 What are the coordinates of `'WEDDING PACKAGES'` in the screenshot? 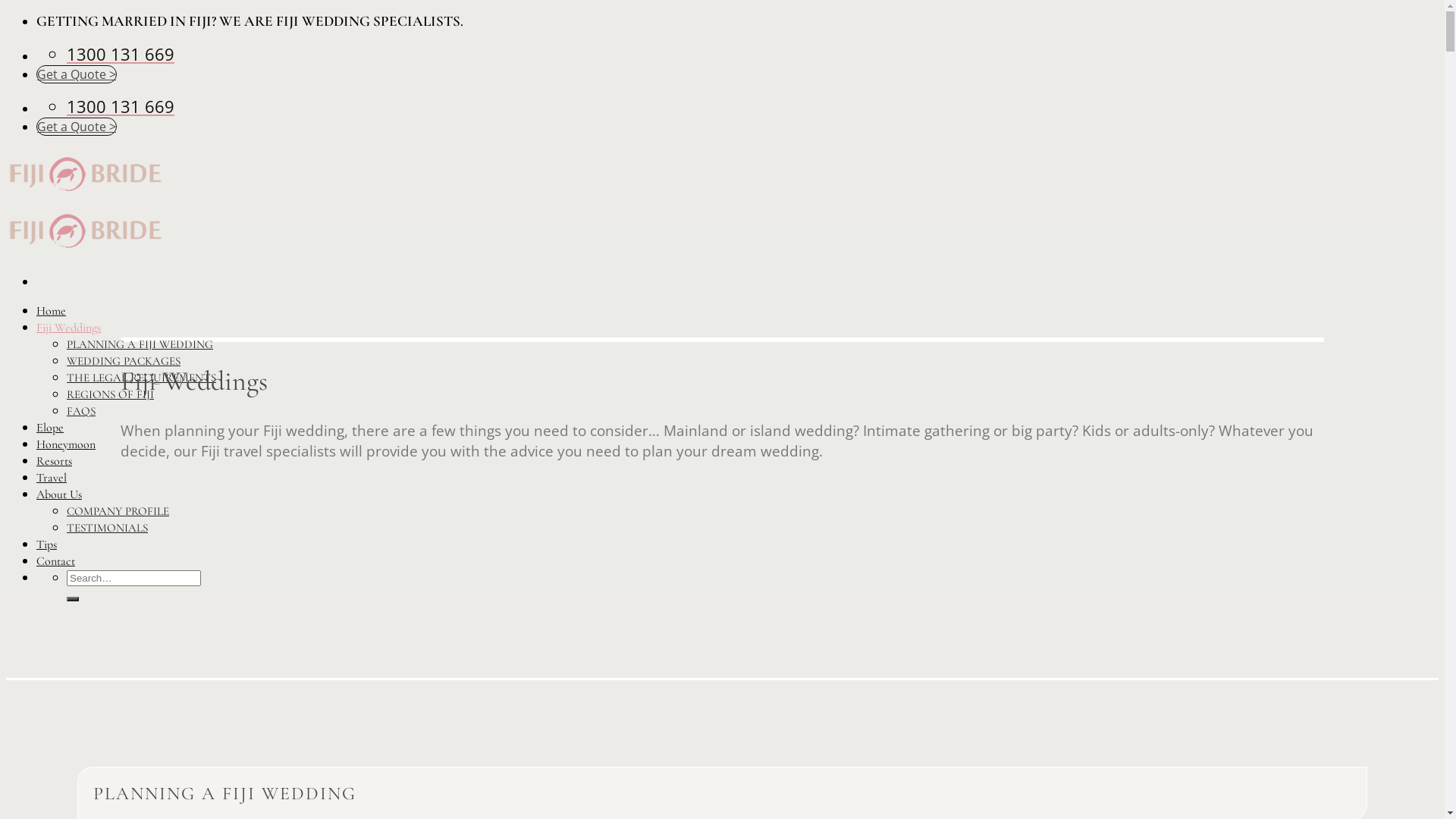 It's located at (124, 360).